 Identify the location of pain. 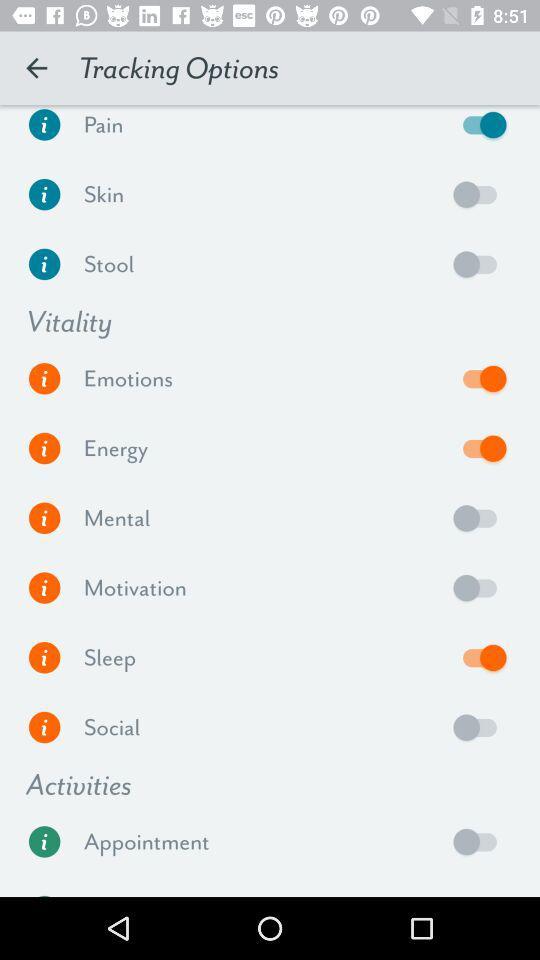
(479, 128).